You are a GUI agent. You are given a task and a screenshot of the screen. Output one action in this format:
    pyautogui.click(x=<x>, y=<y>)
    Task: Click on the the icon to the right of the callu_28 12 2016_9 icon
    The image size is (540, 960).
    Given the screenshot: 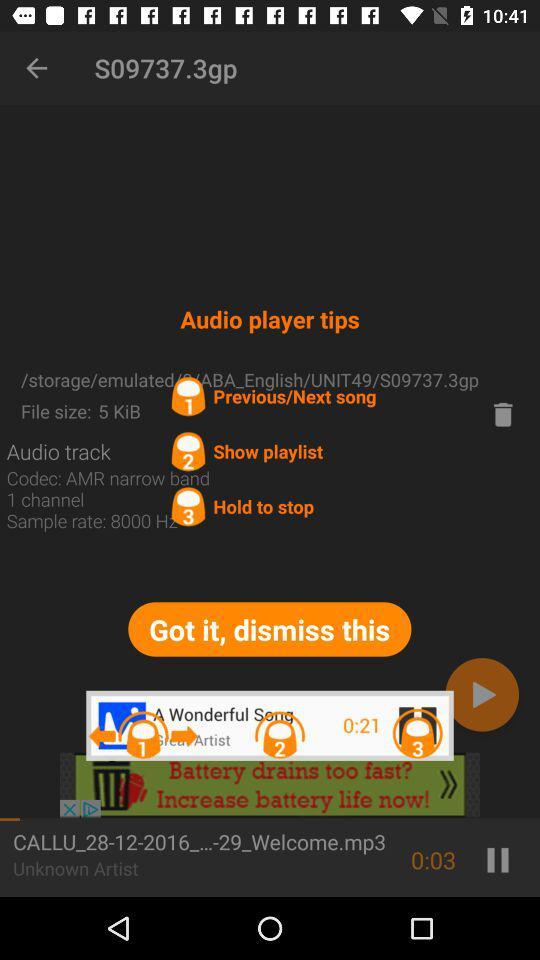 What is the action you would take?
    pyautogui.click(x=432, y=859)
    